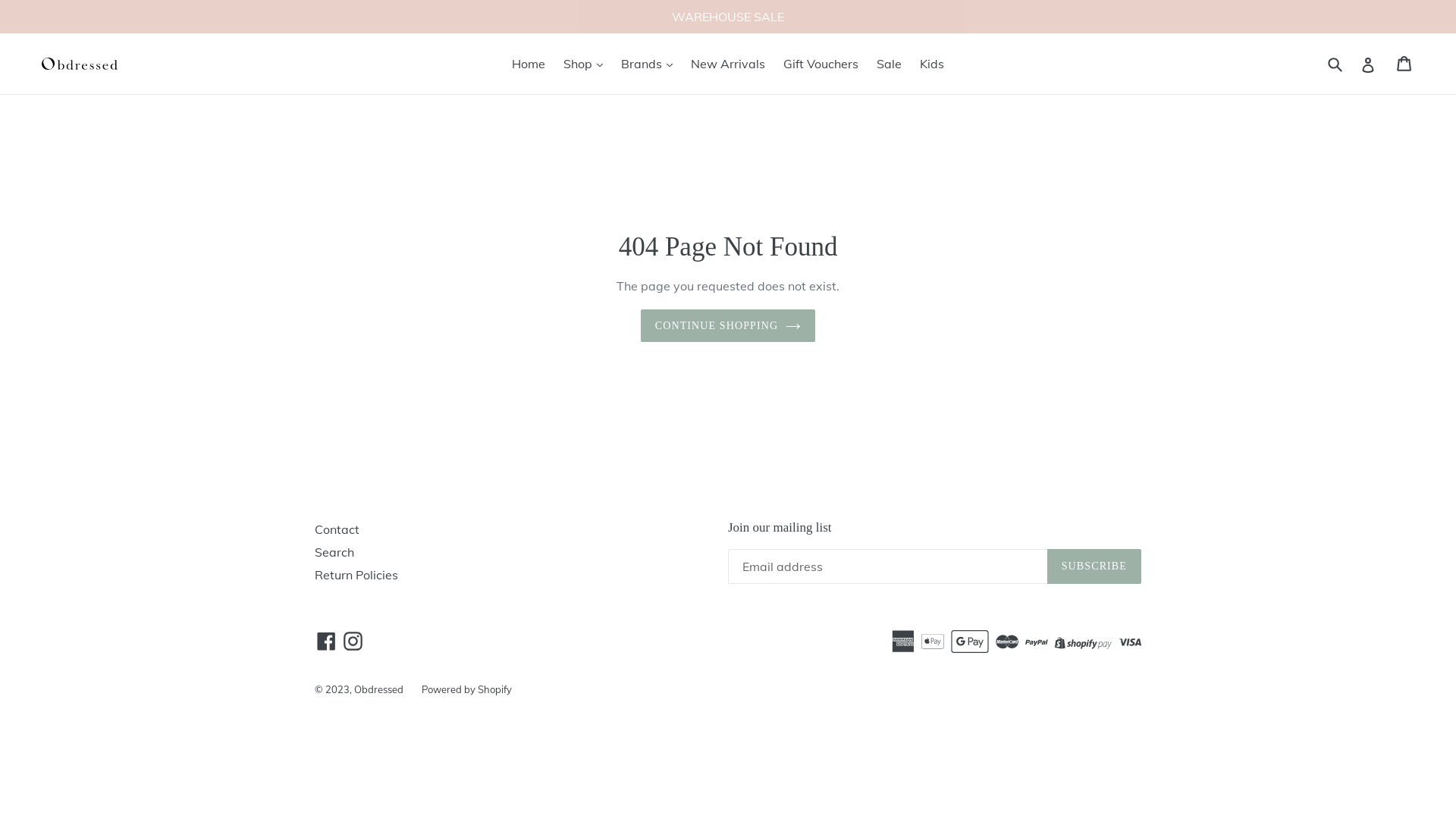 The width and height of the screenshot is (1456, 819). I want to click on 'Home', so click(528, 63).